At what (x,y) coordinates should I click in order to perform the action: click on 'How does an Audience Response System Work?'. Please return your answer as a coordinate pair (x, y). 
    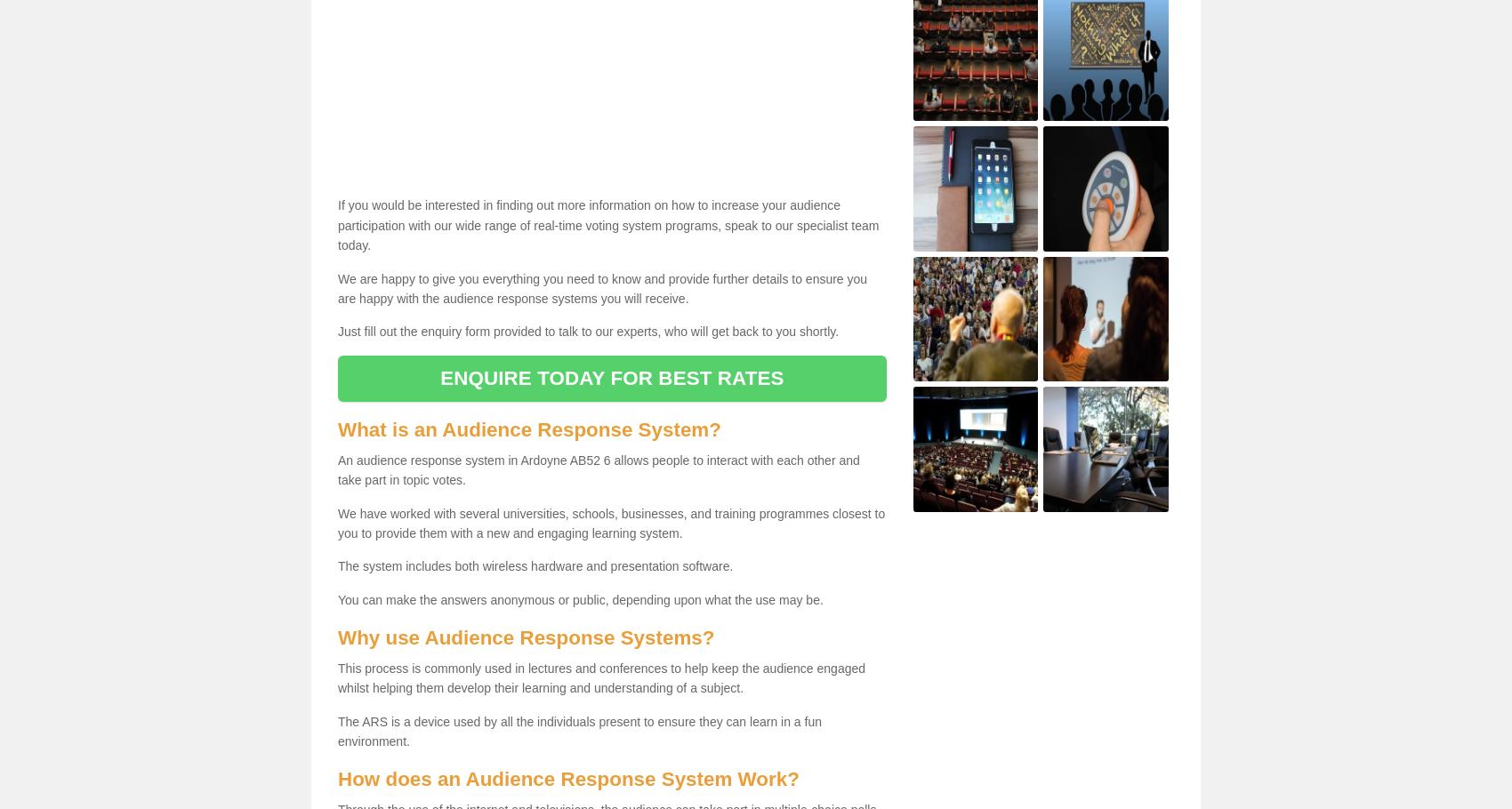
    Looking at the image, I should click on (568, 778).